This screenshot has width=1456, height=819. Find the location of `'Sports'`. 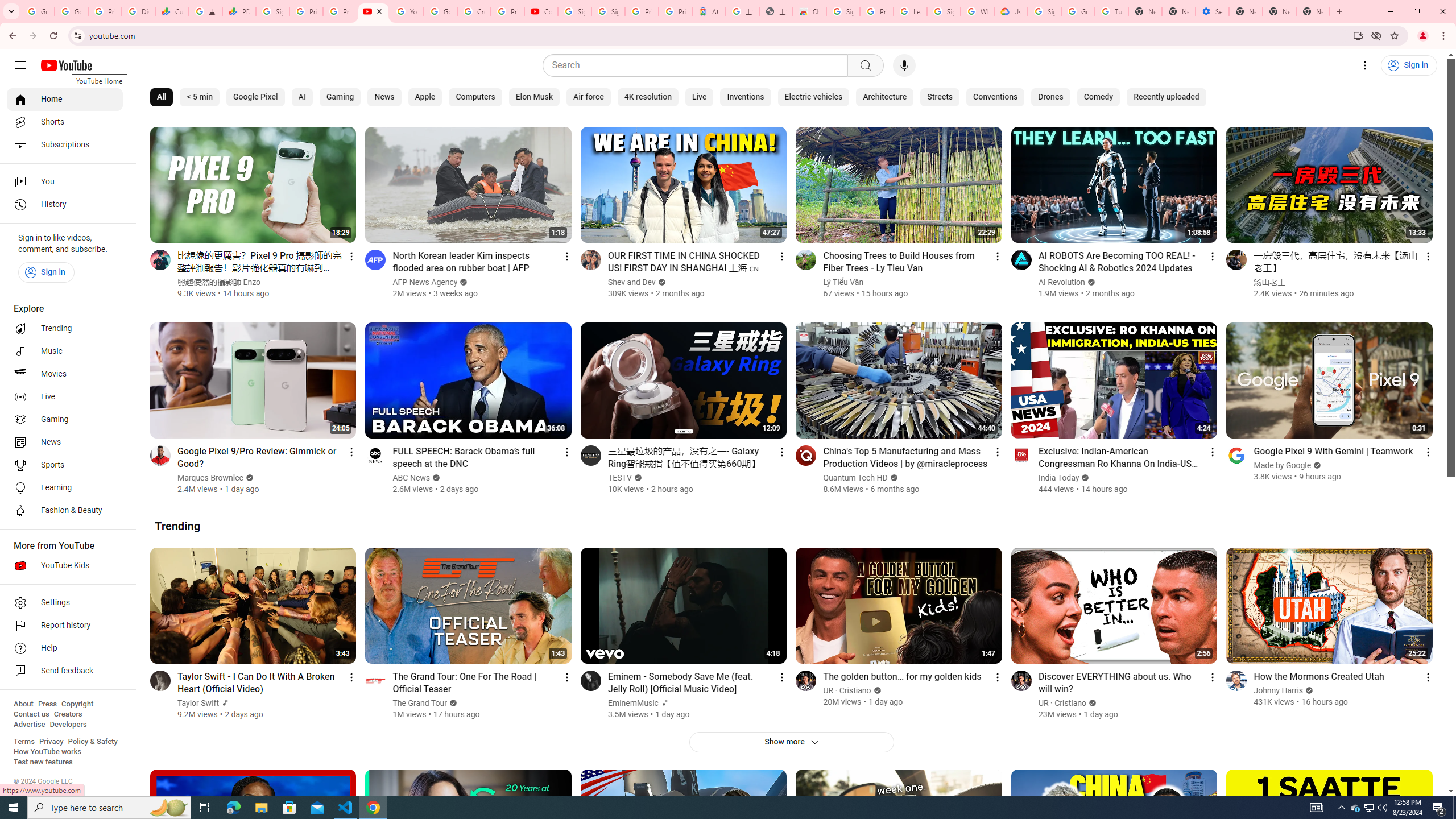

'Sports' is located at coordinates (64, 464).